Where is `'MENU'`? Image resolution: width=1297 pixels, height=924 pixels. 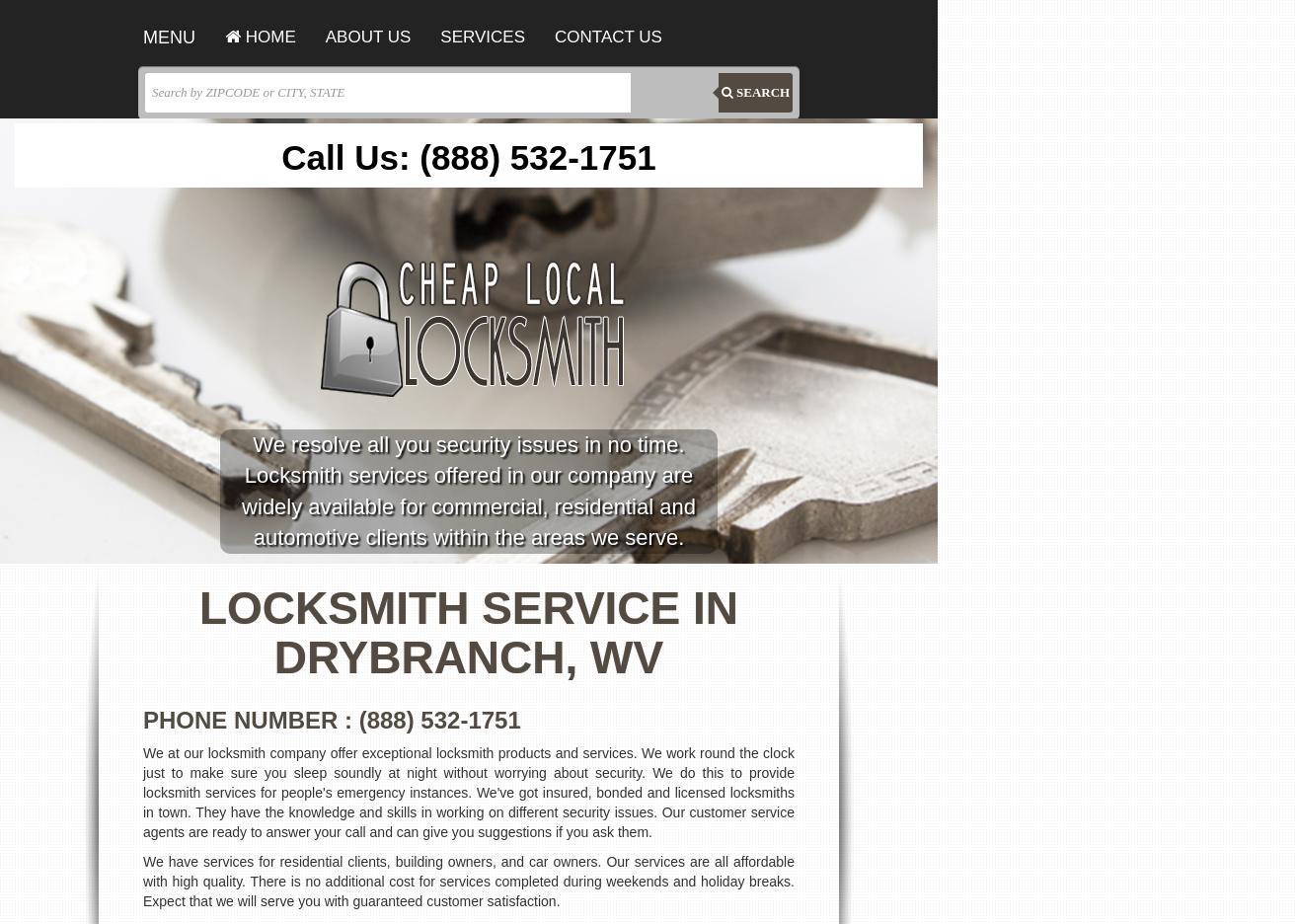 'MENU' is located at coordinates (143, 37).